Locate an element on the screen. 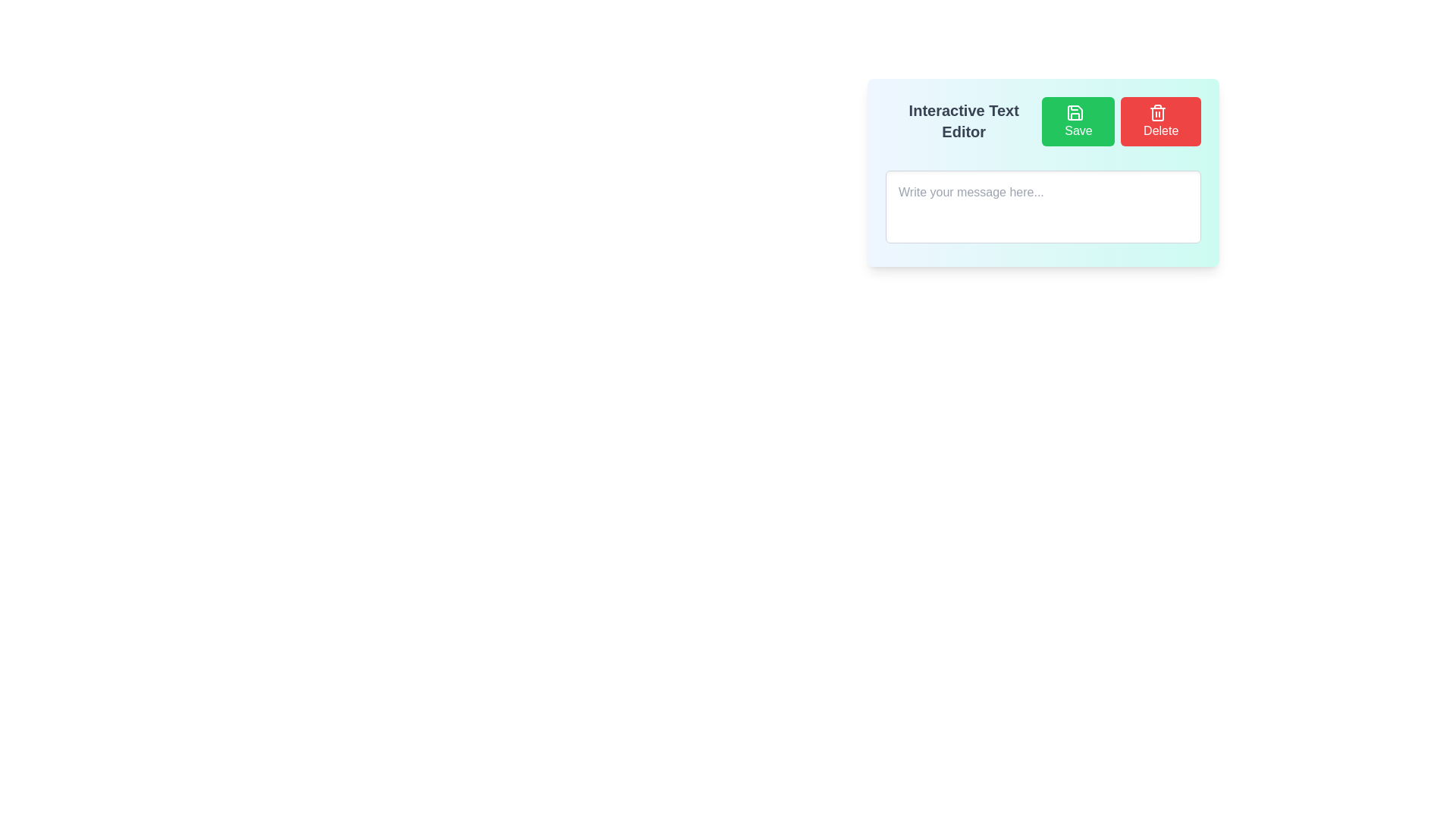  the red 'Delete' button with rounded corners located in the top-right section of the card interface is located at coordinates (1160, 120).